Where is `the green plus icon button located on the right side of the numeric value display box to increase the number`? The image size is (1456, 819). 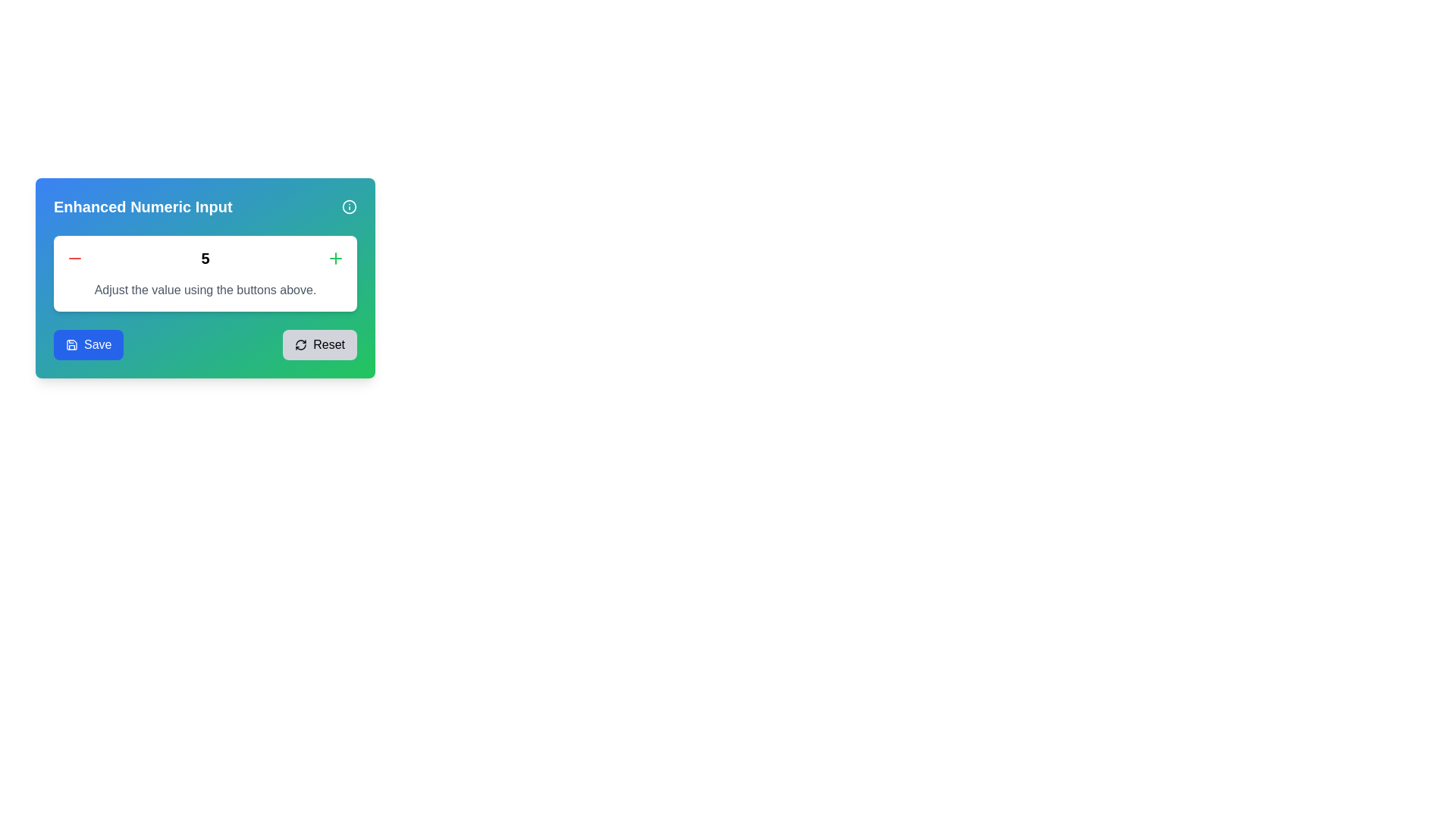 the green plus icon button located on the right side of the numeric value display box to increase the number is located at coordinates (334, 257).